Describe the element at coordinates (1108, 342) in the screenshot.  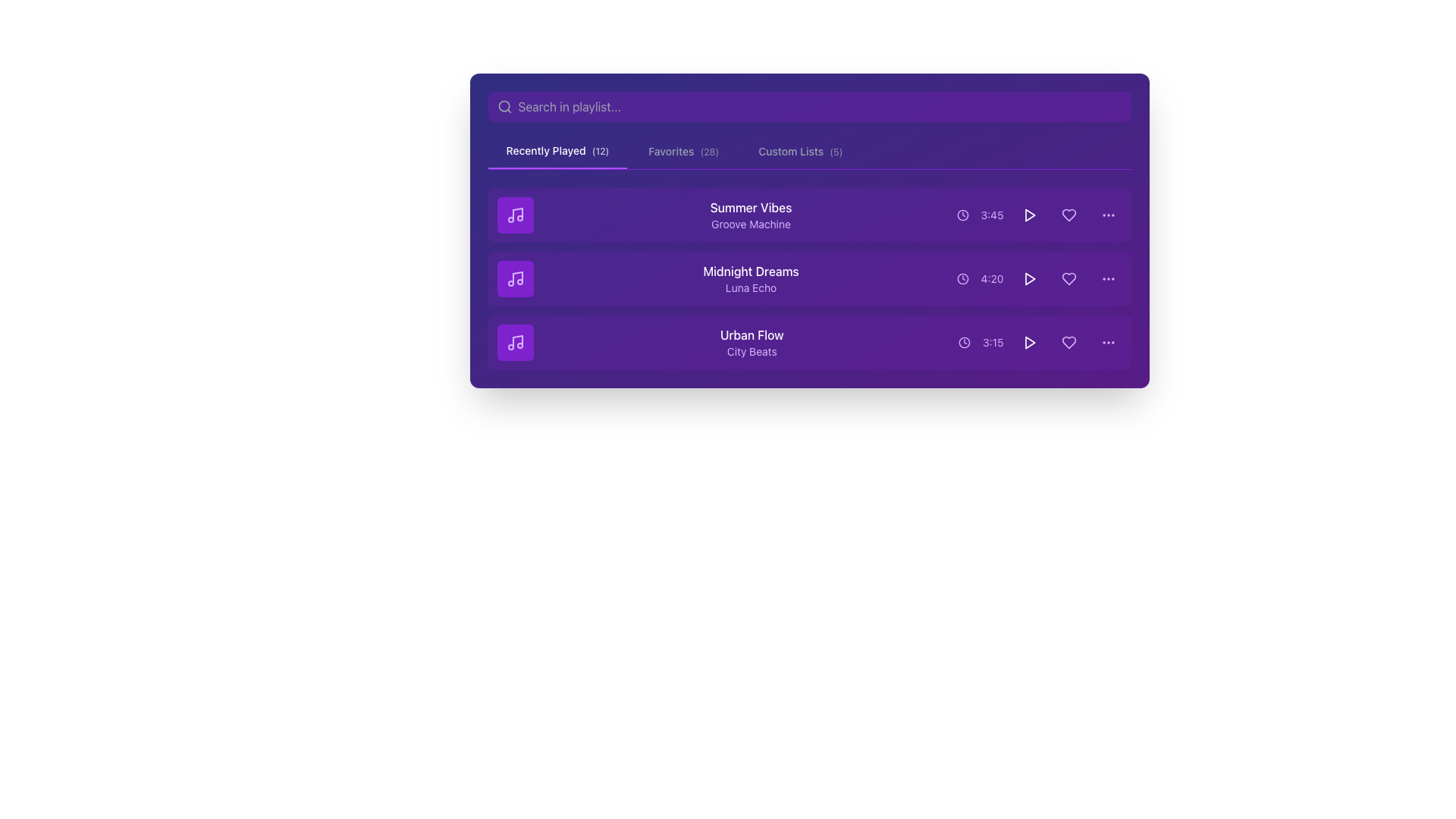
I see `the circular button with three vertically-aligned dots in purple shades, located on the far right of the third row` at that location.